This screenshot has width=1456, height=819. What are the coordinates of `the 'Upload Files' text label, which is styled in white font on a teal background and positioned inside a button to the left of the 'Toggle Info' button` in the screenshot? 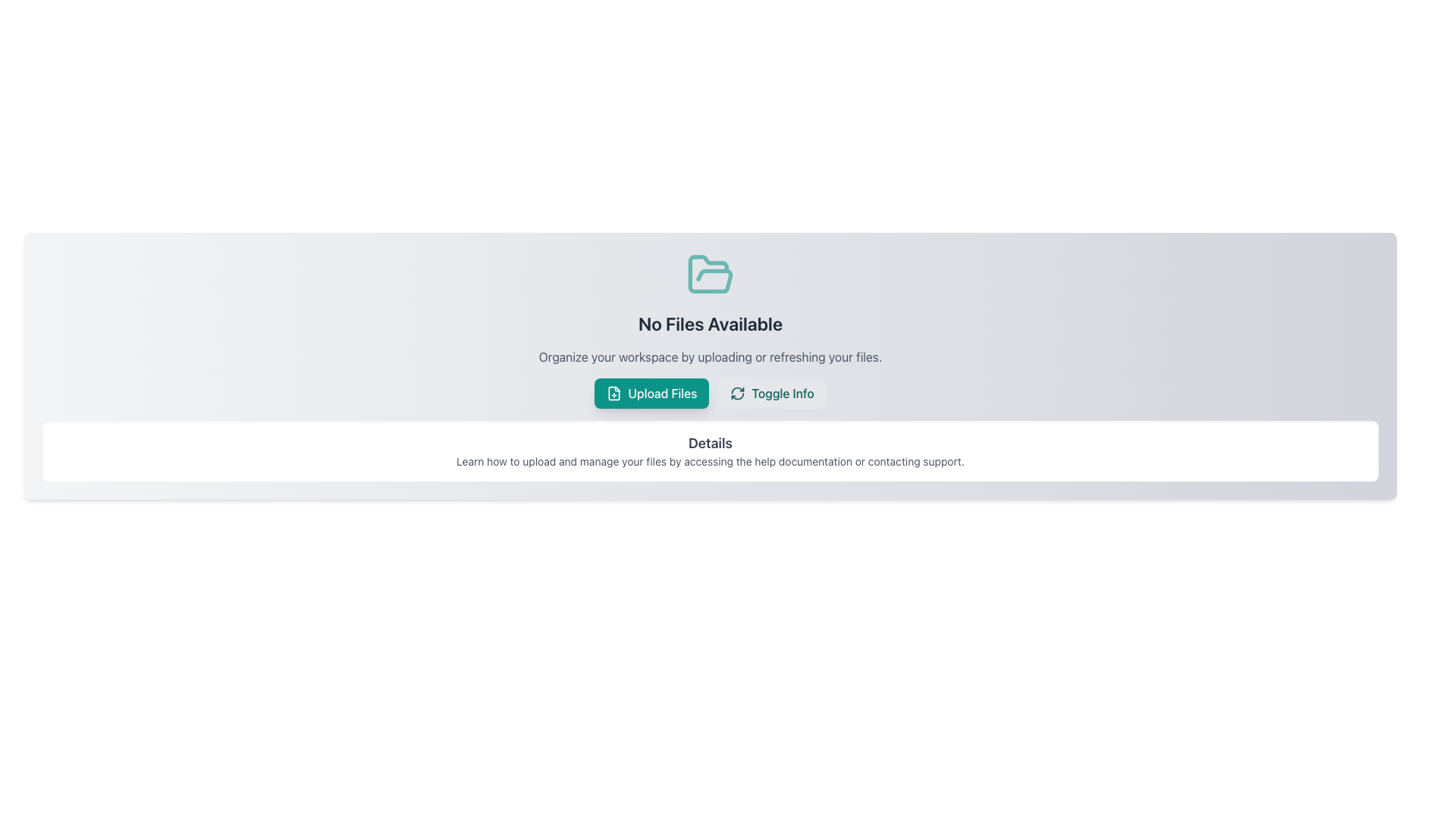 It's located at (662, 393).